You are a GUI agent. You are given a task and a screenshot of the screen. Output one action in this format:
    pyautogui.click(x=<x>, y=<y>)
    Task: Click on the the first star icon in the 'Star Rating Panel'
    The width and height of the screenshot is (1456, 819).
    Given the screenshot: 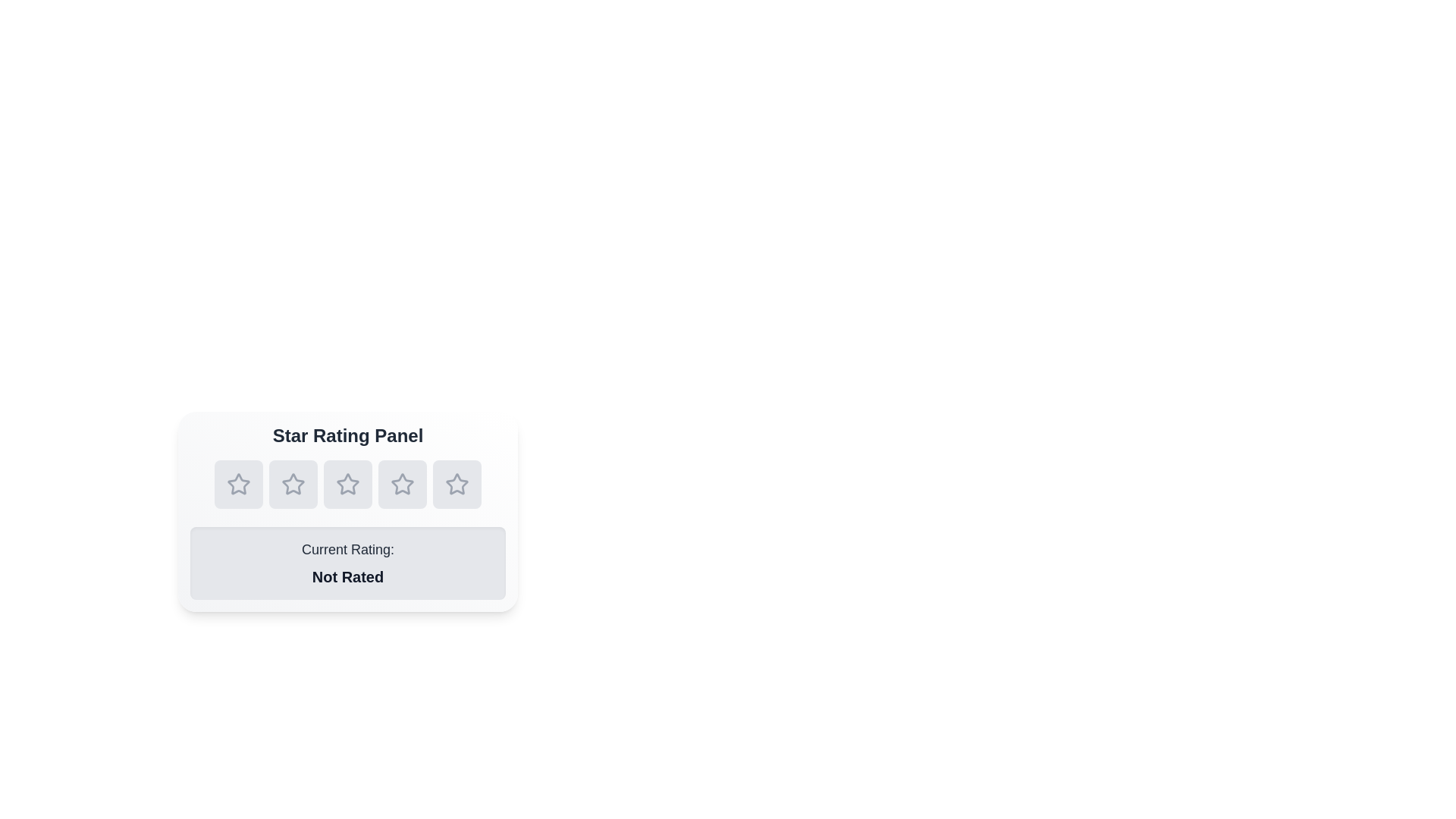 What is the action you would take?
    pyautogui.click(x=237, y=483)
    